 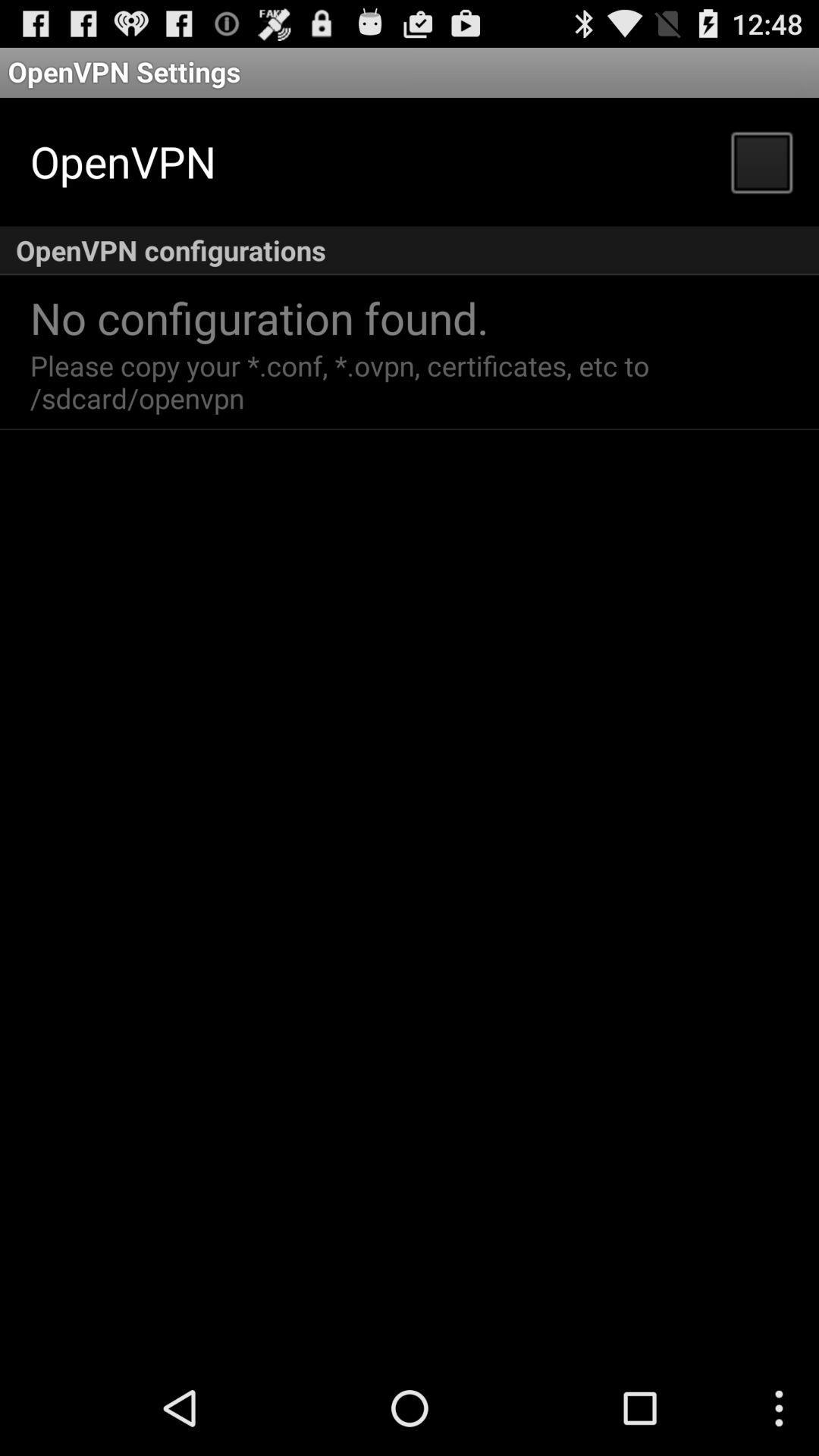 What do you see at coordinates (344, 381) in the screenshot?
I see `the please copy your app` at bounding box center [344, 381].